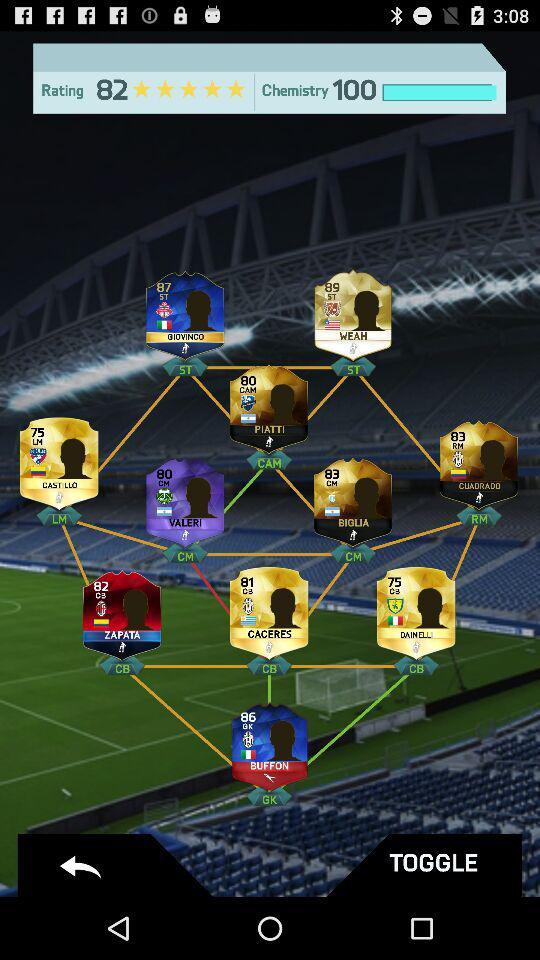 The height and width of the screenshot is (960, 540). What do you see at coordinates (269, 403) in the screenshot?
I see `player with 80 points` at bounding box center [269, 403].